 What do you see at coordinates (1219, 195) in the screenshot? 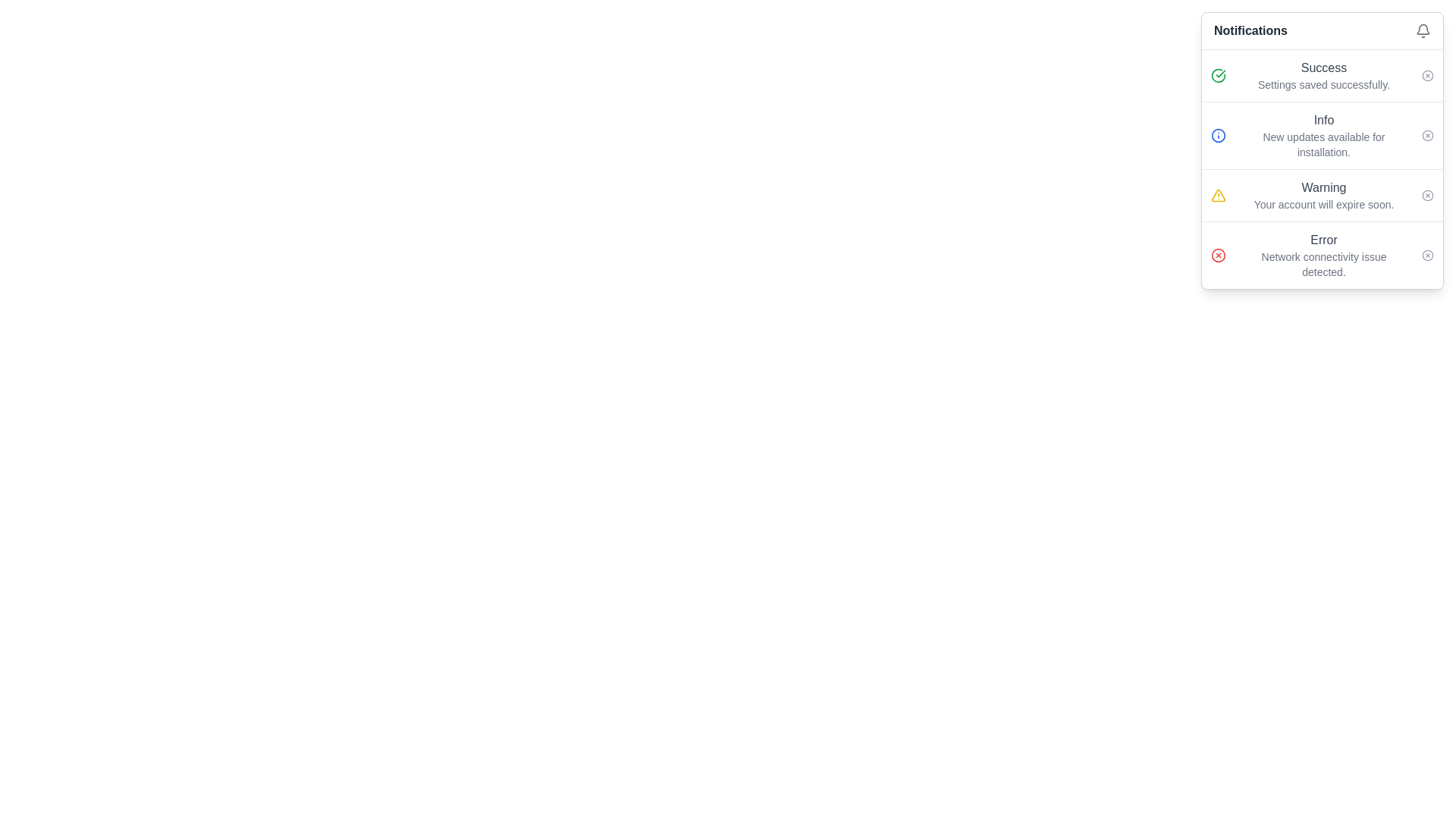
I see `the triangular warning icon with a yellow border and an exclamation mark, which is positioned beside the warning text 'Warning: Your account will expire soon.'` at bounding box center [1219, 195].